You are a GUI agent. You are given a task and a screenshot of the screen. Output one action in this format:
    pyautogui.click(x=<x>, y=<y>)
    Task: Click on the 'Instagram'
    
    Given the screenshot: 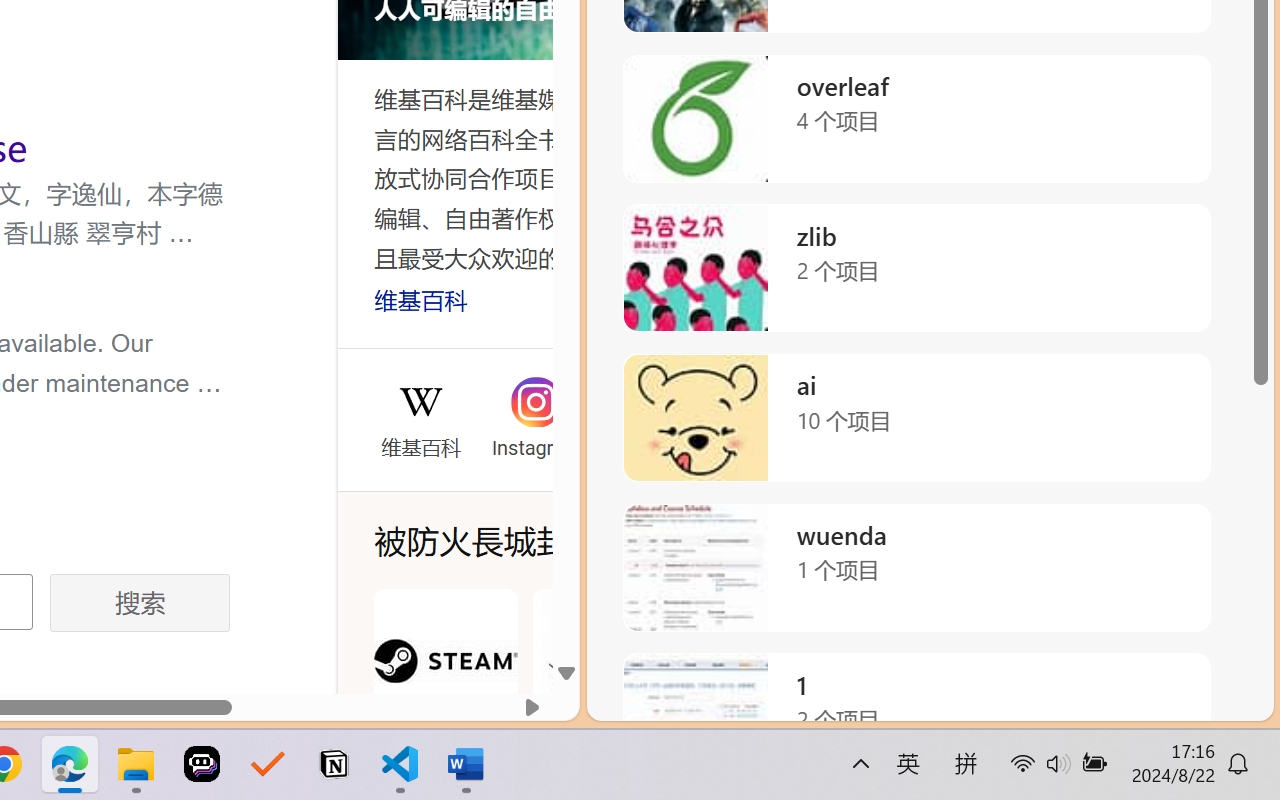 What is the action you would take?
    pyautogui.click(x=535, y=443)
    